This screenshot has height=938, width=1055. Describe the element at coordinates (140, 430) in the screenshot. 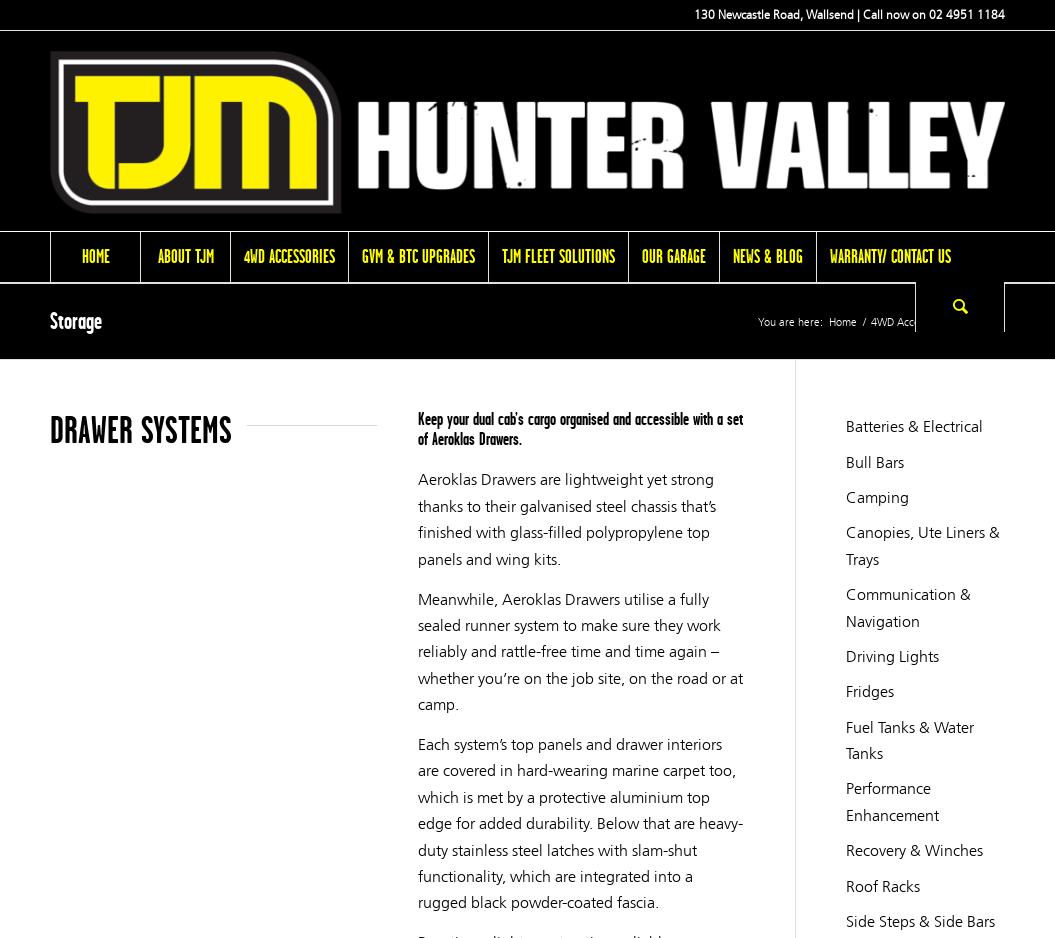

I see `'DRAWER SYSTEMS'` at that location.